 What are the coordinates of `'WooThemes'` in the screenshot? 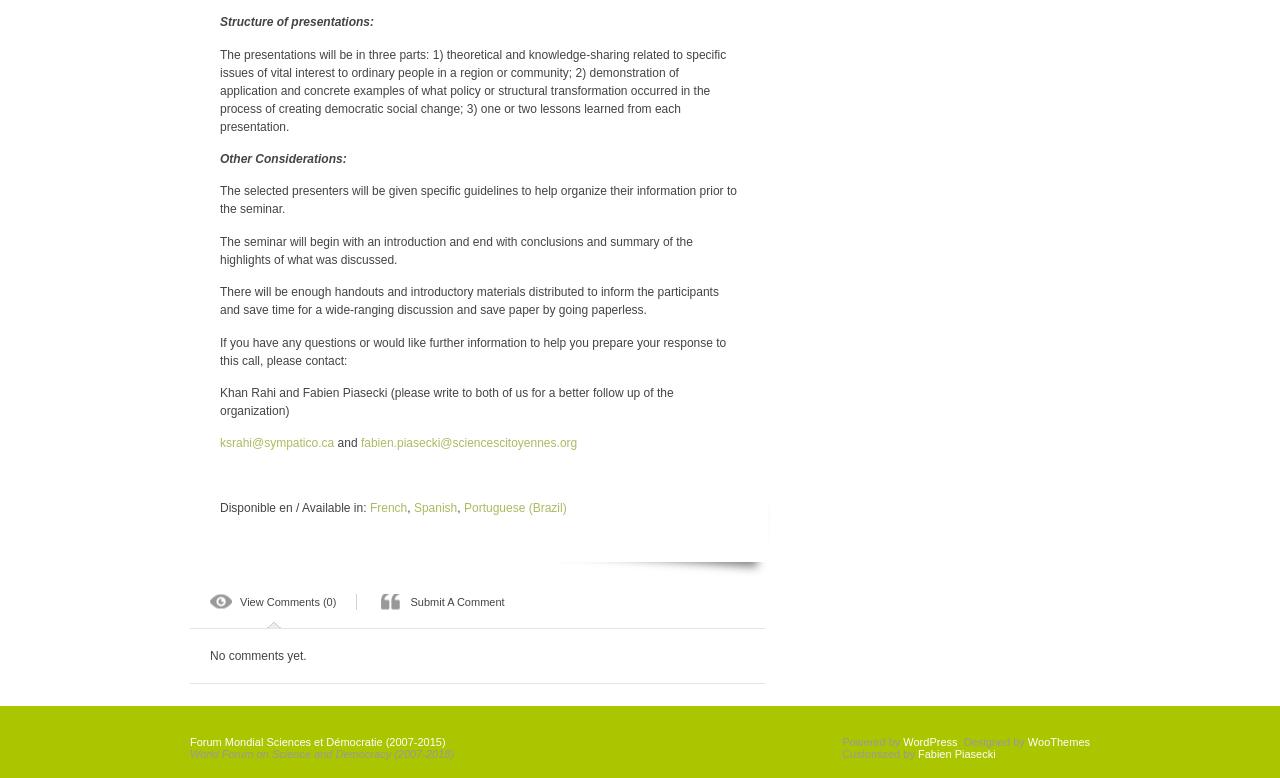 It's located at (1057, 739).